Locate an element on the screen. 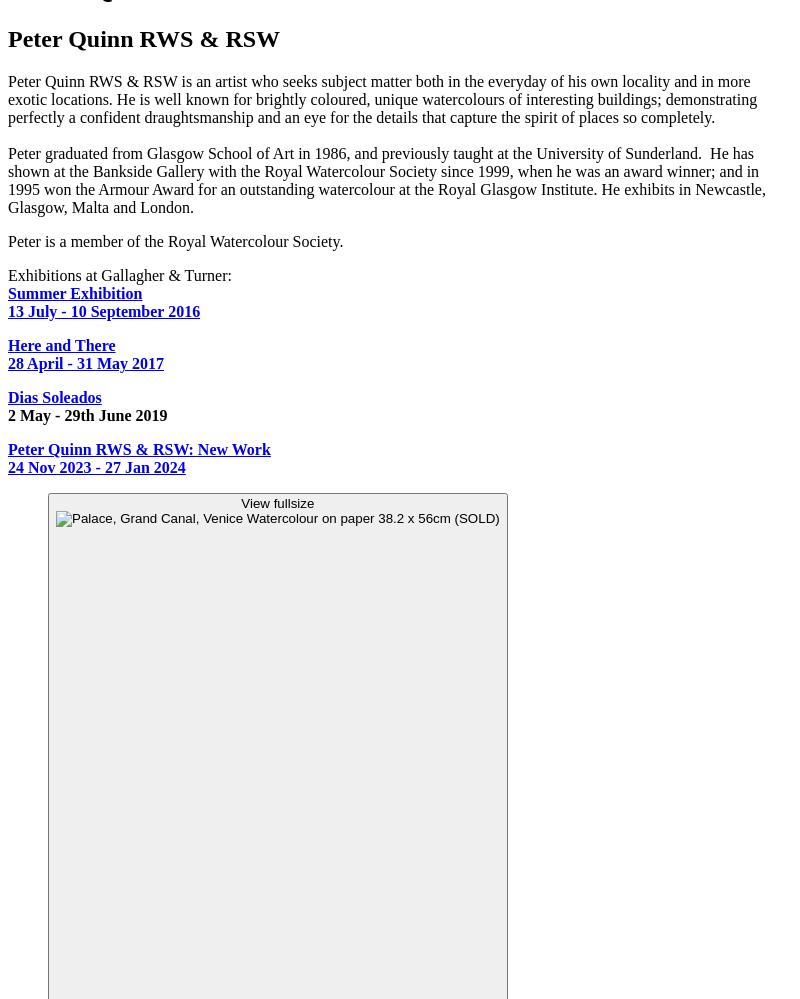 This screenshot has width=800, height=999. 'Summer Exhibition' is located at coordinates (75, 292).